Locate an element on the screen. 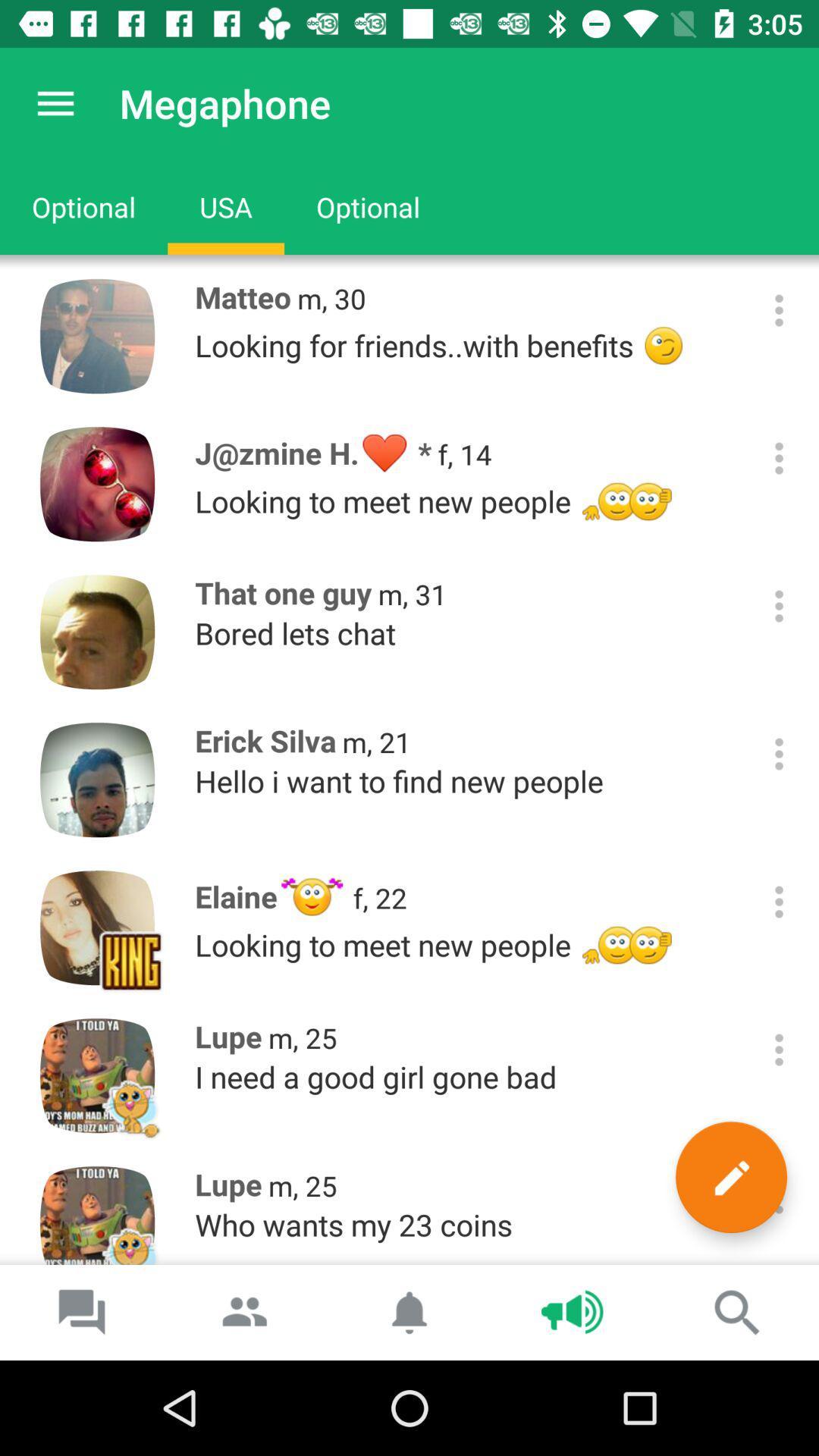  icon above optional icon is located at coordinates (55, 102).